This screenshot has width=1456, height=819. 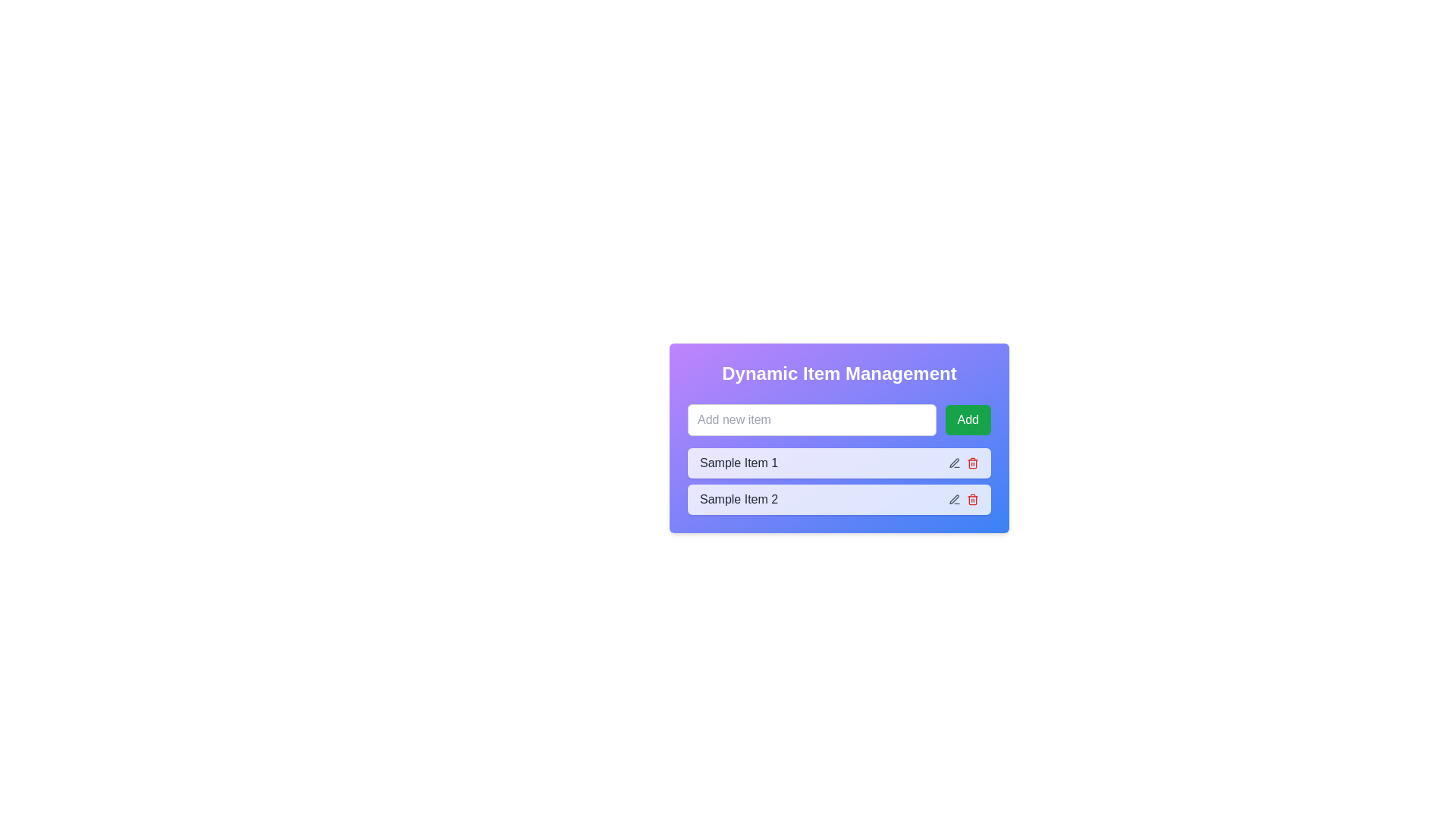 I want to click on the 'Edit' icon for 'Sample Item 2', located on the right side of the panel, so click(x=953, y=462).